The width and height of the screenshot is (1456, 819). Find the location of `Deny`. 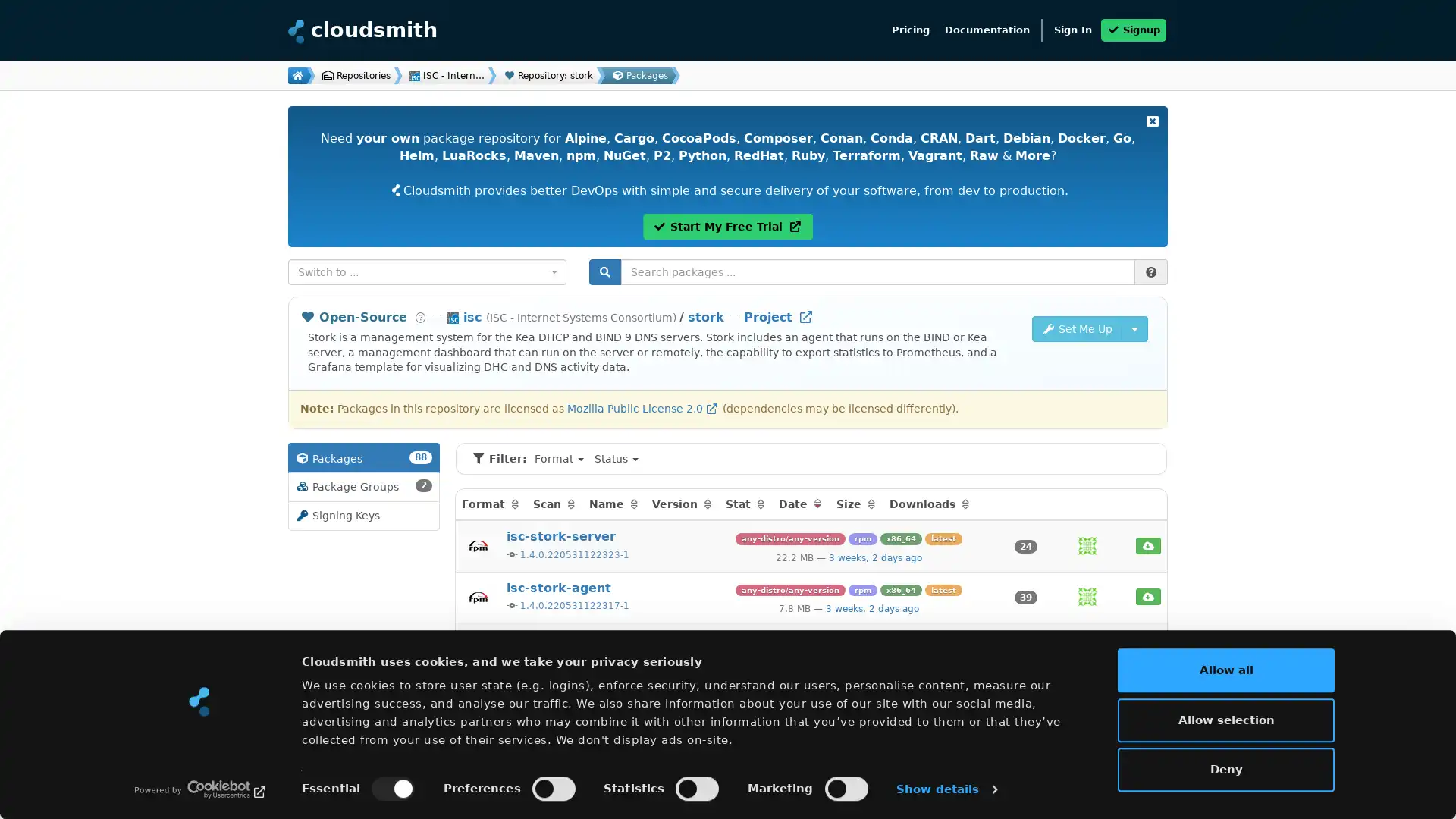

Deny is located at coordinates (1226, 769).